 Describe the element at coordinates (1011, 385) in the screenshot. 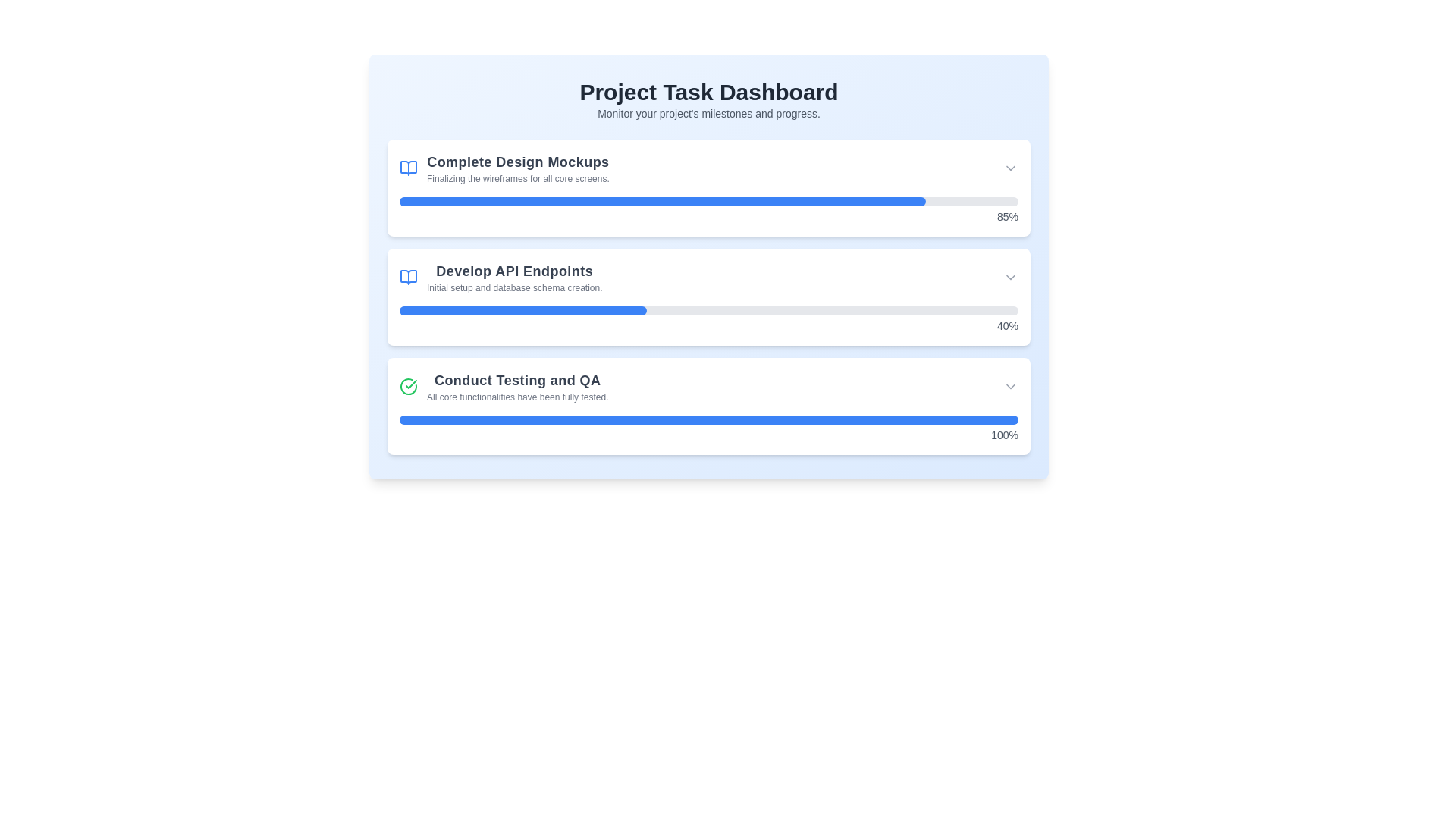

I see `the downward-pointing chevron icon located at the far right of the card for 'Conduct Testing and QA'` at that location.